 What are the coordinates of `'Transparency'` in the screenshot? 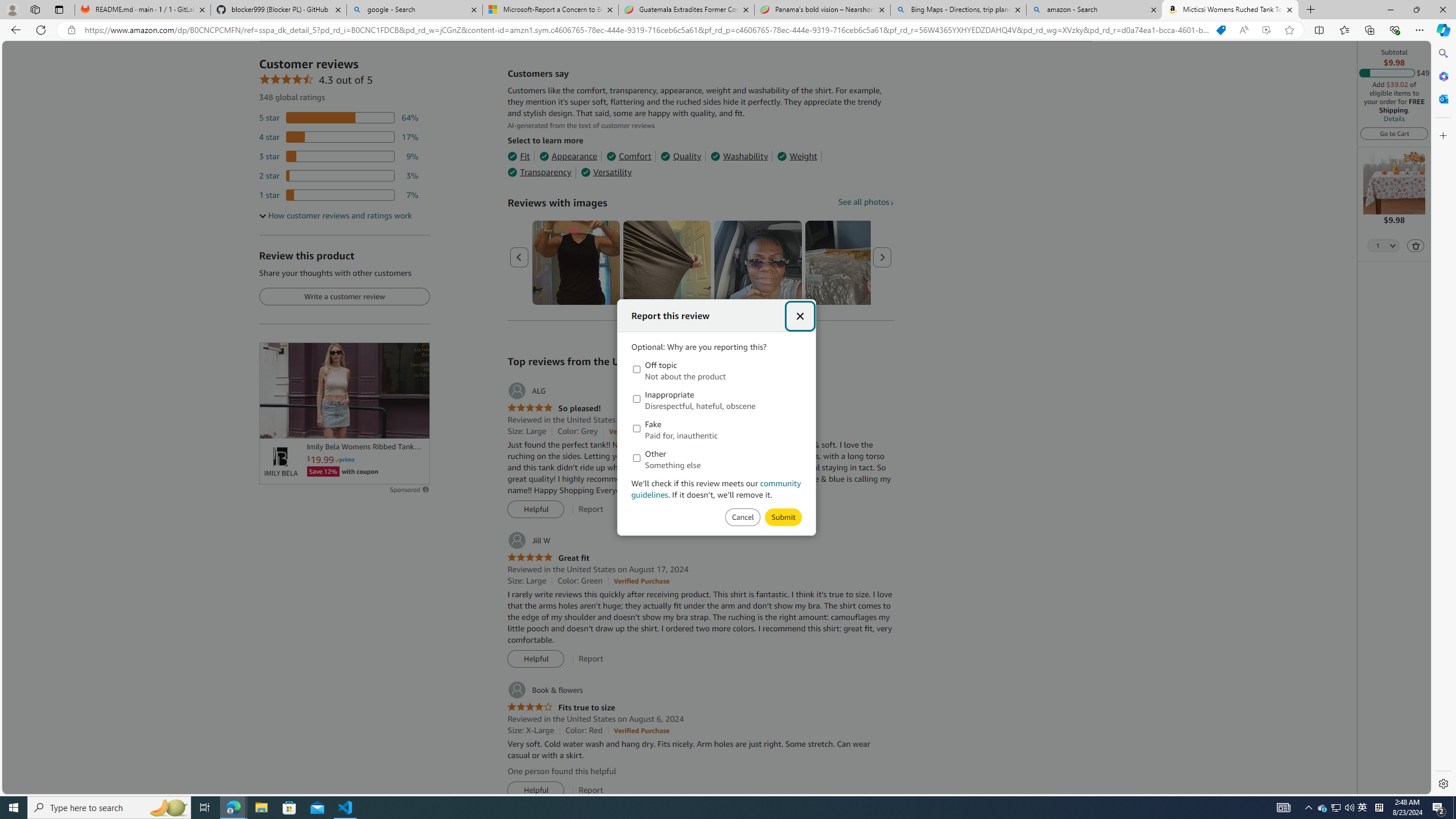 It's located at (539, 172).